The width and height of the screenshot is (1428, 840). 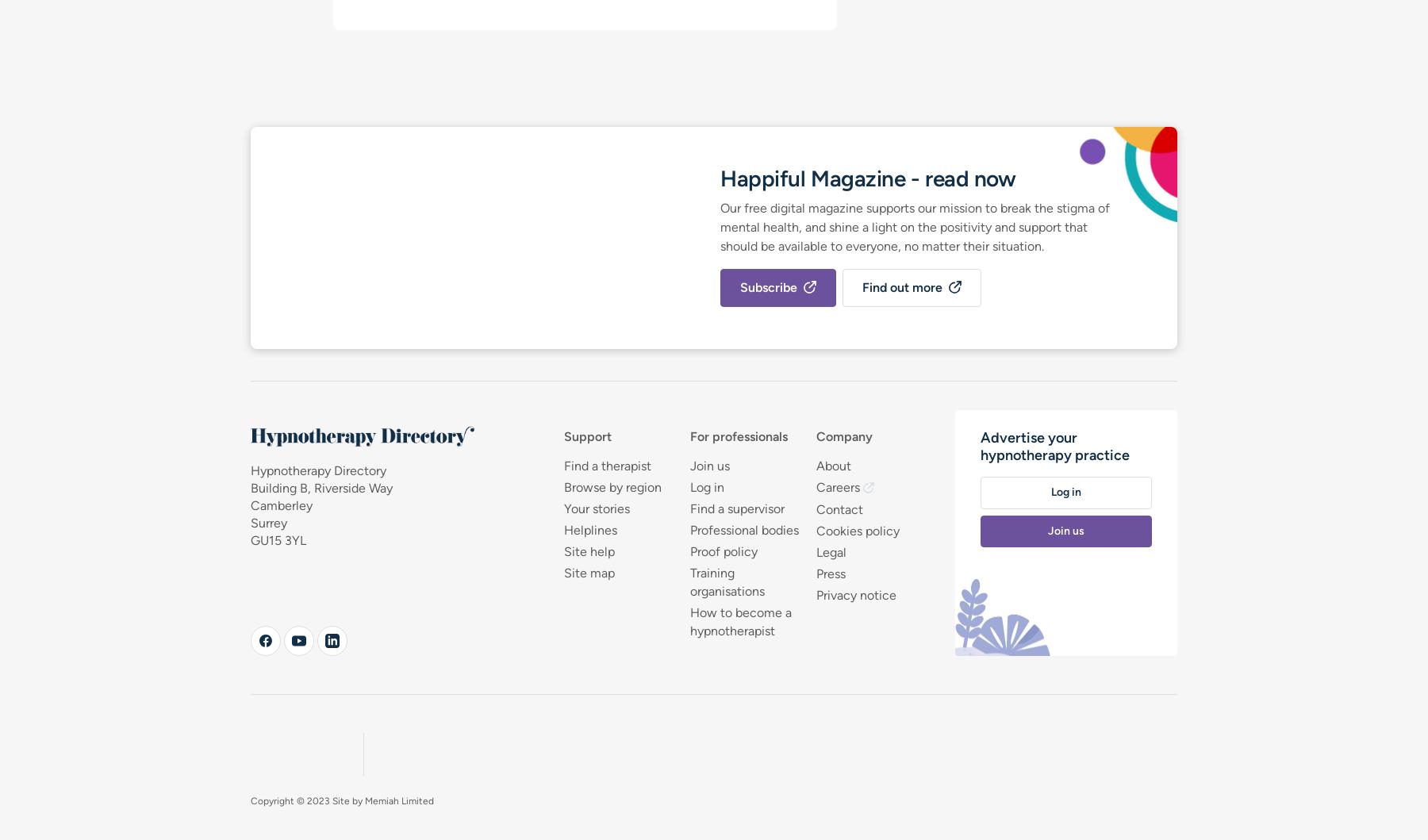 What do you see at coordinates (268, 523) in the screenshot?
I see `'Surrey'` at bounding box center [268, 523].